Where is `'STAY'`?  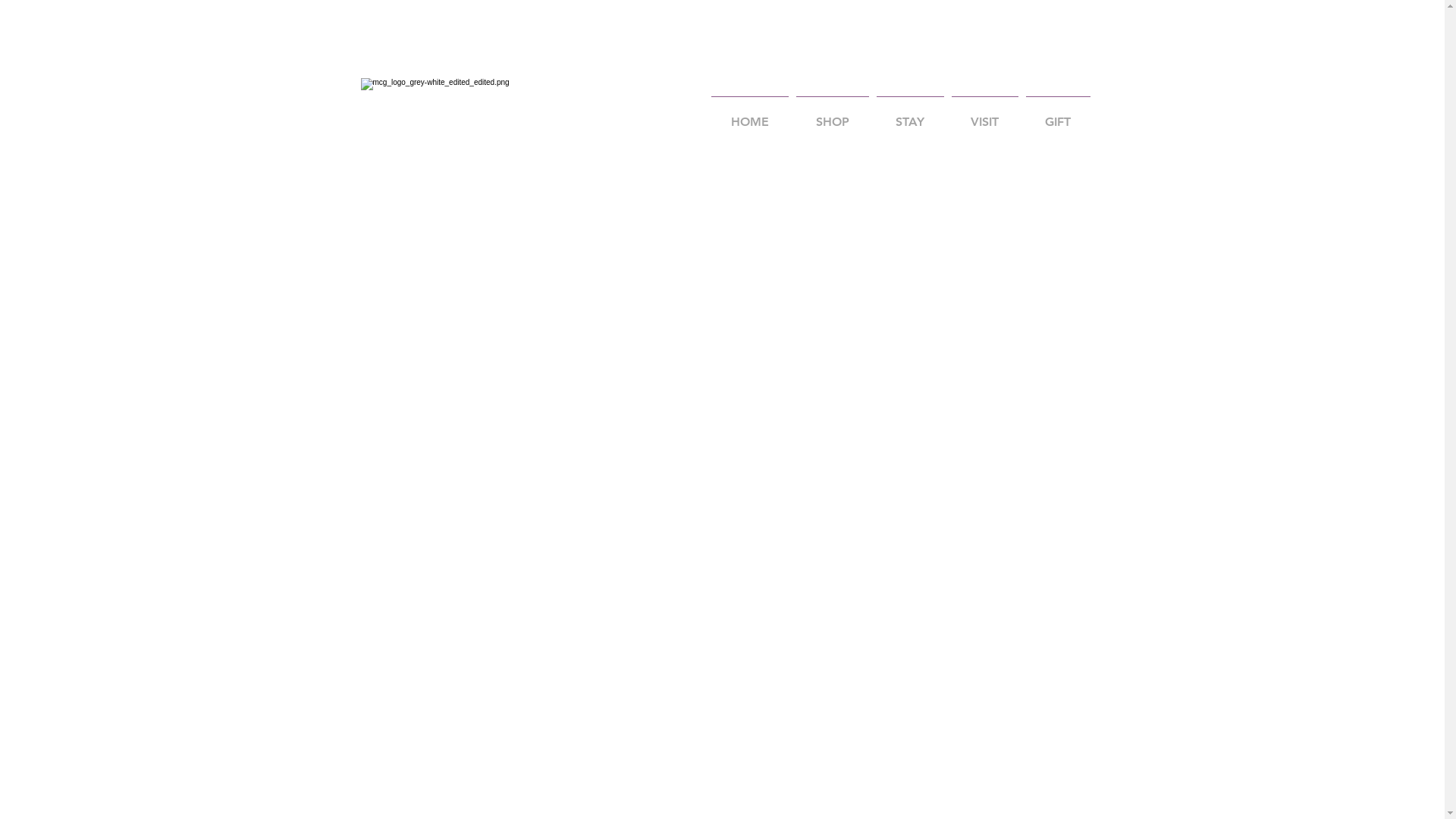
'STAY' is located at coordinates (909, 114).